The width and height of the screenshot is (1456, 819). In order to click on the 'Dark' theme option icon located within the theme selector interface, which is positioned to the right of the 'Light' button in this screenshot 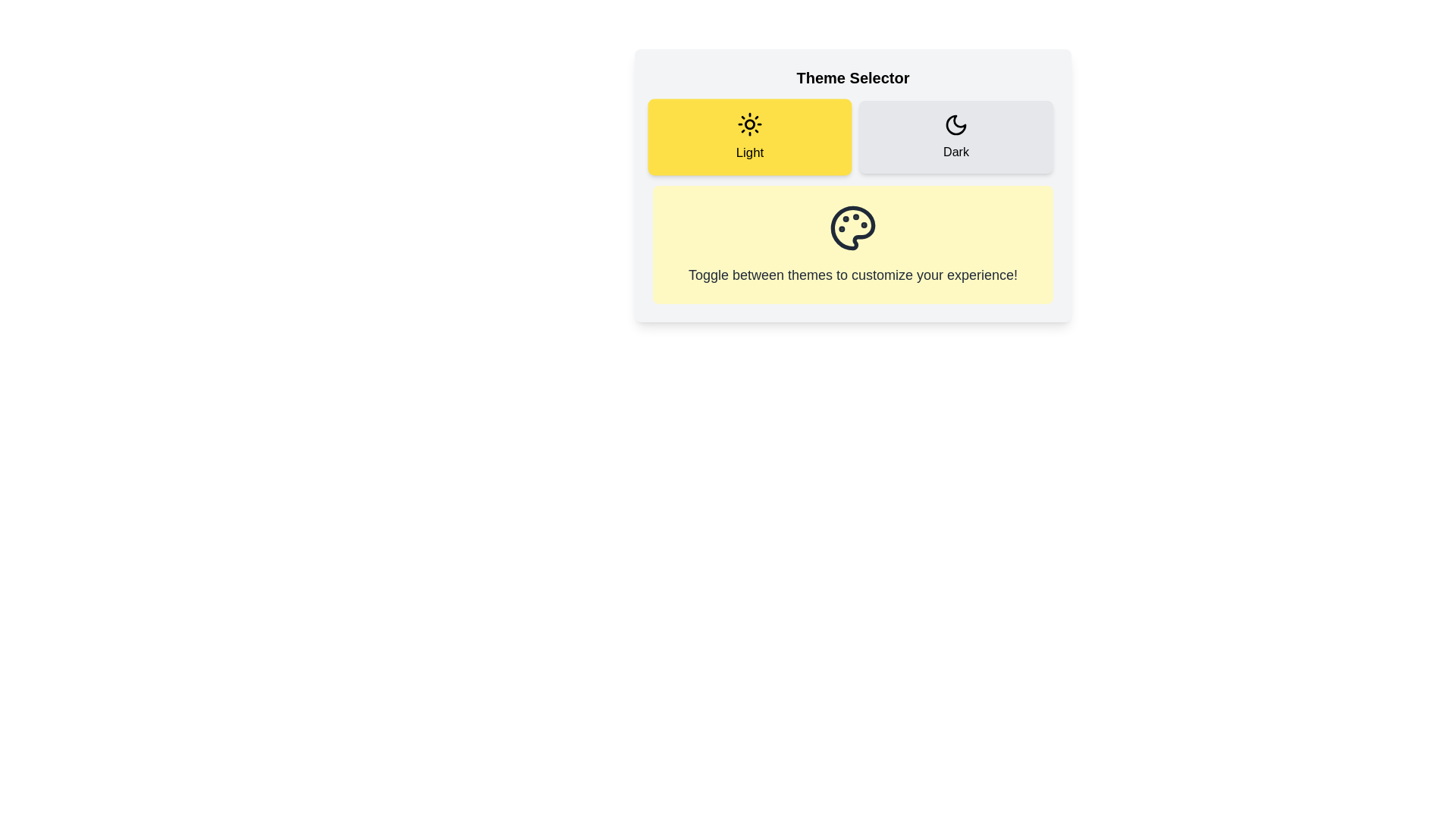, I will do `click(955, 124)`.